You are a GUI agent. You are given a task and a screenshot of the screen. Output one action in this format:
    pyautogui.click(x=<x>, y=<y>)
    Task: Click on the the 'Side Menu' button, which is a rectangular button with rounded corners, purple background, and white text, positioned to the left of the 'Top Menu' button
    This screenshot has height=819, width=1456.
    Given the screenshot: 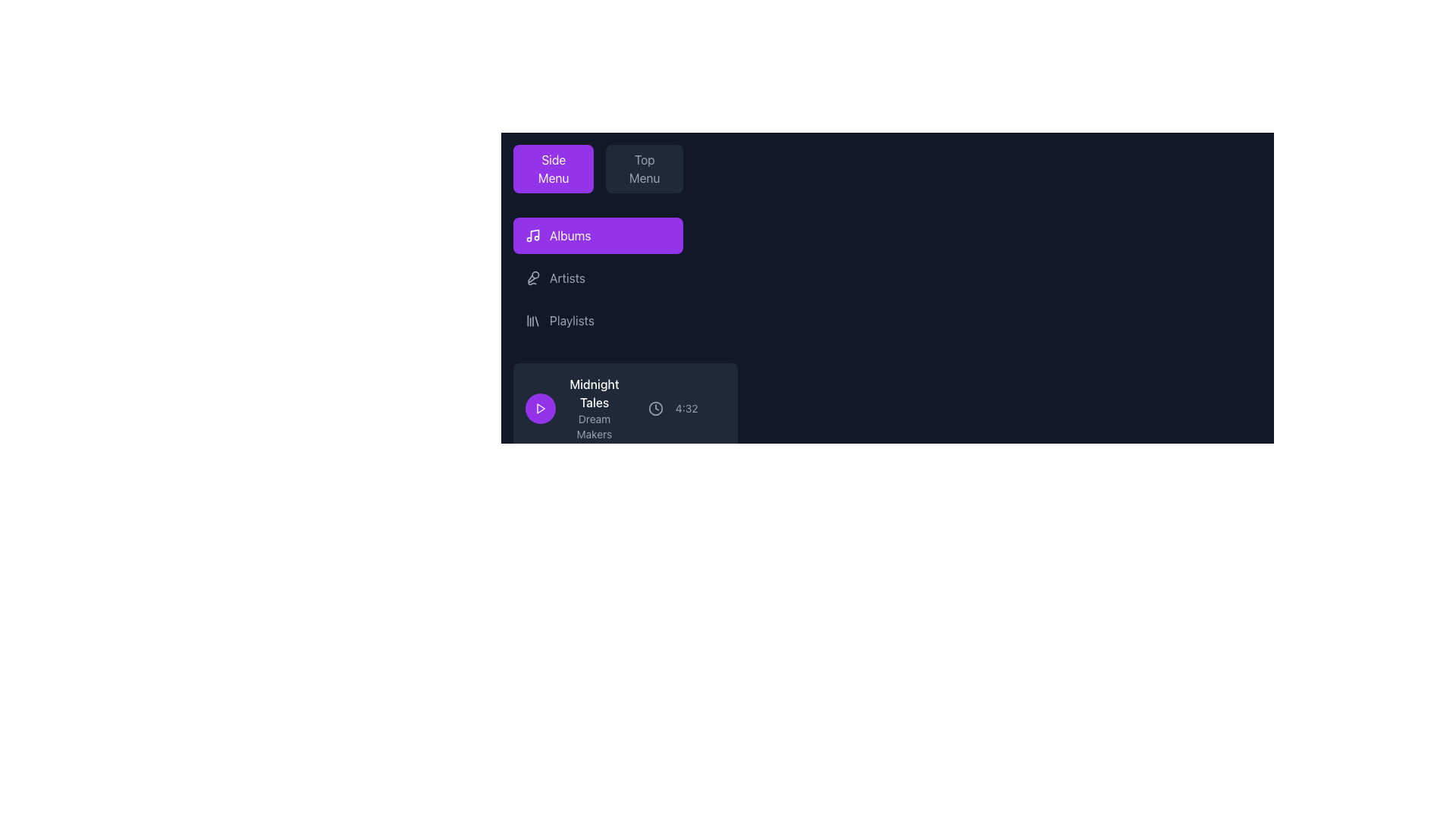 What is the action you would take?
    pyautogui.click(x=553, y=169)
    